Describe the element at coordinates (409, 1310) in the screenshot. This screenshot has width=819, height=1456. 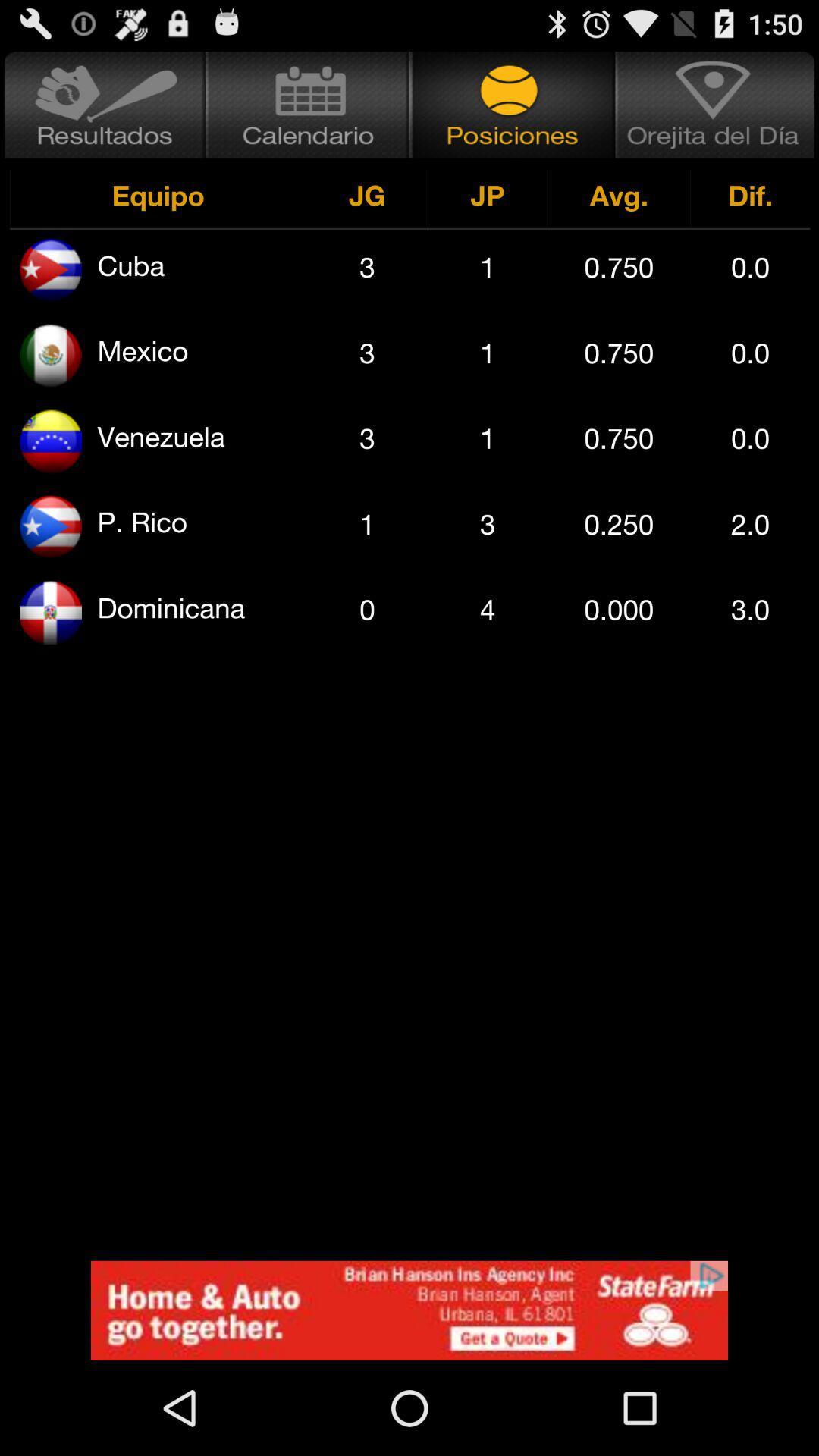
I see `more information about an advertisement` at that location.